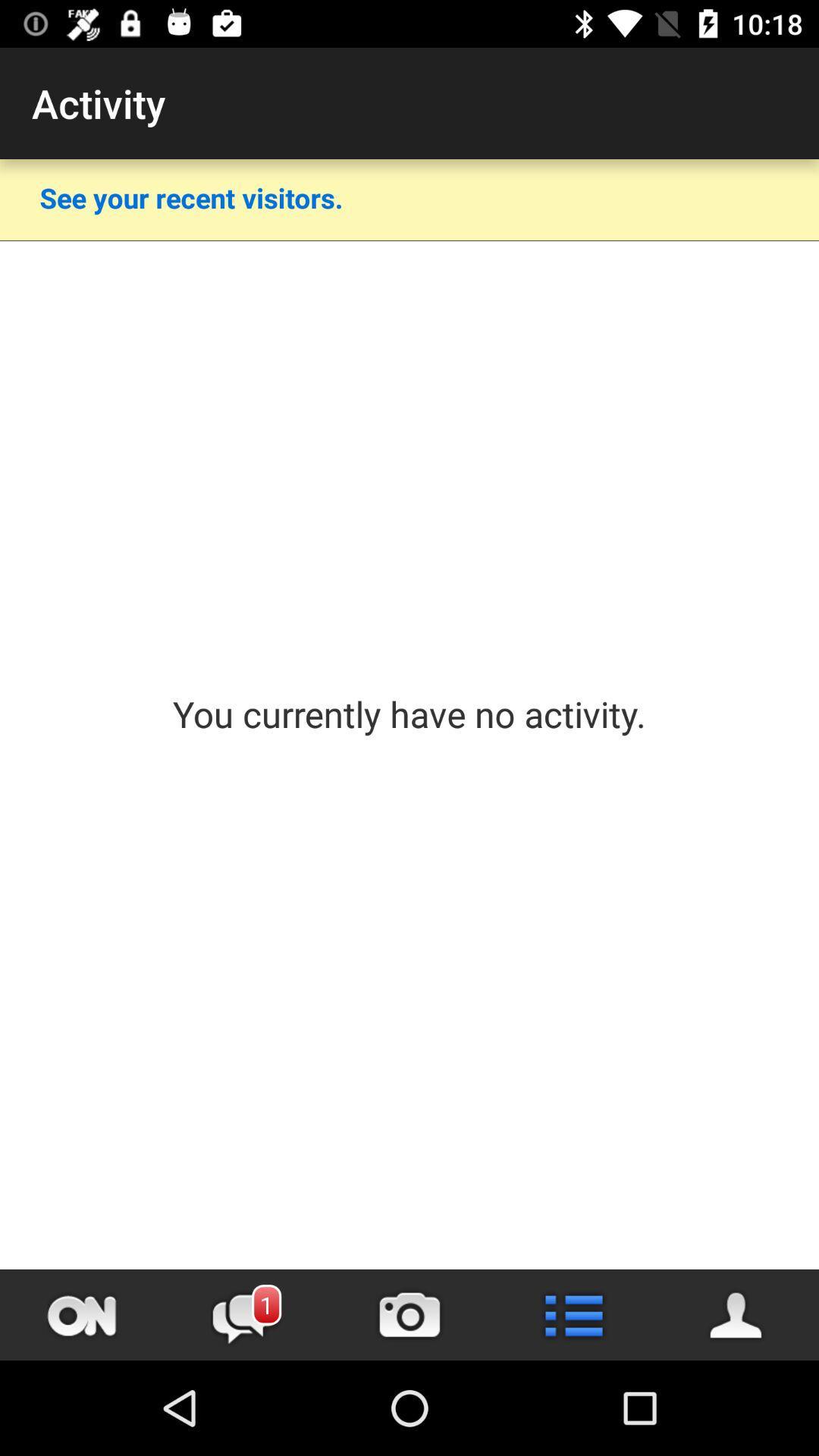 This screenshot has width=819, height=1456. I want to click on app above the you currently have, so click(409, 240).